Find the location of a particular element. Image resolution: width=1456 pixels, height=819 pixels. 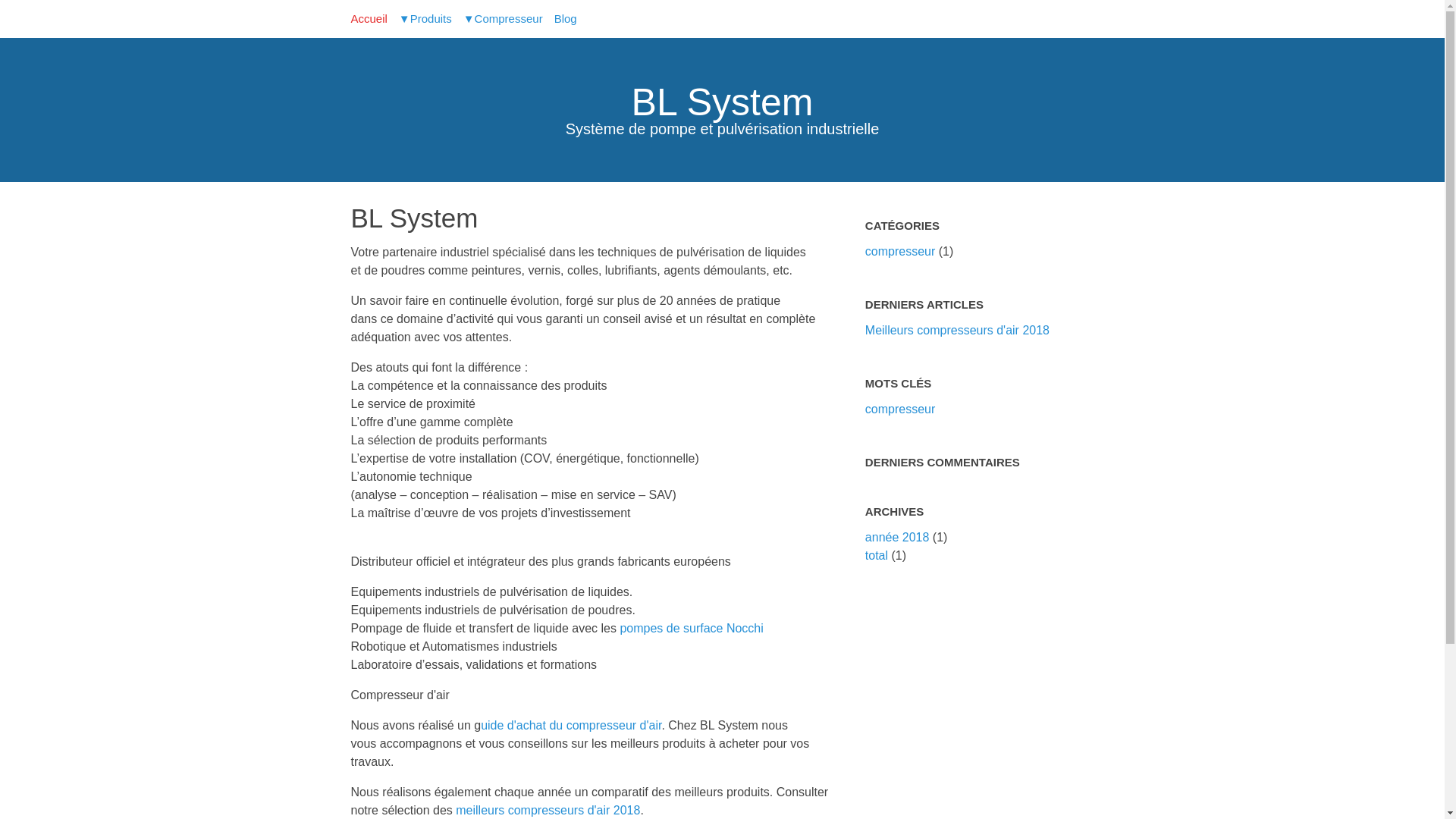

'Meilleurs compresseurs d'air 2018' is located at coordinates (956, 329).